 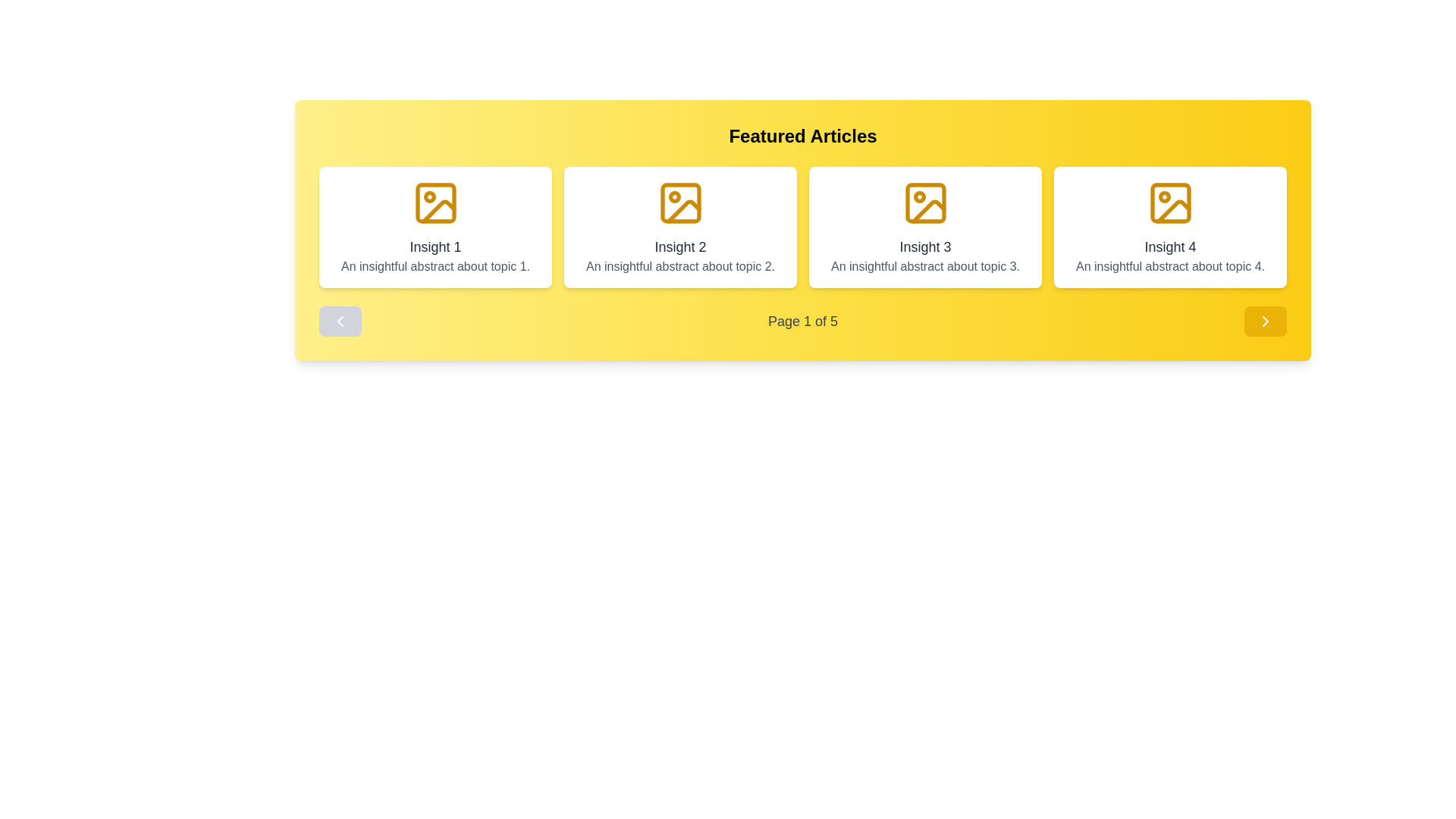 What do you see at coordinates (682, 212) in the screenshot?
I see `the photo icon graphical subcomponent located in the top-center section of the 'Insight 2' card to trigger any tooltip effects` at bounding box center [682, 212].